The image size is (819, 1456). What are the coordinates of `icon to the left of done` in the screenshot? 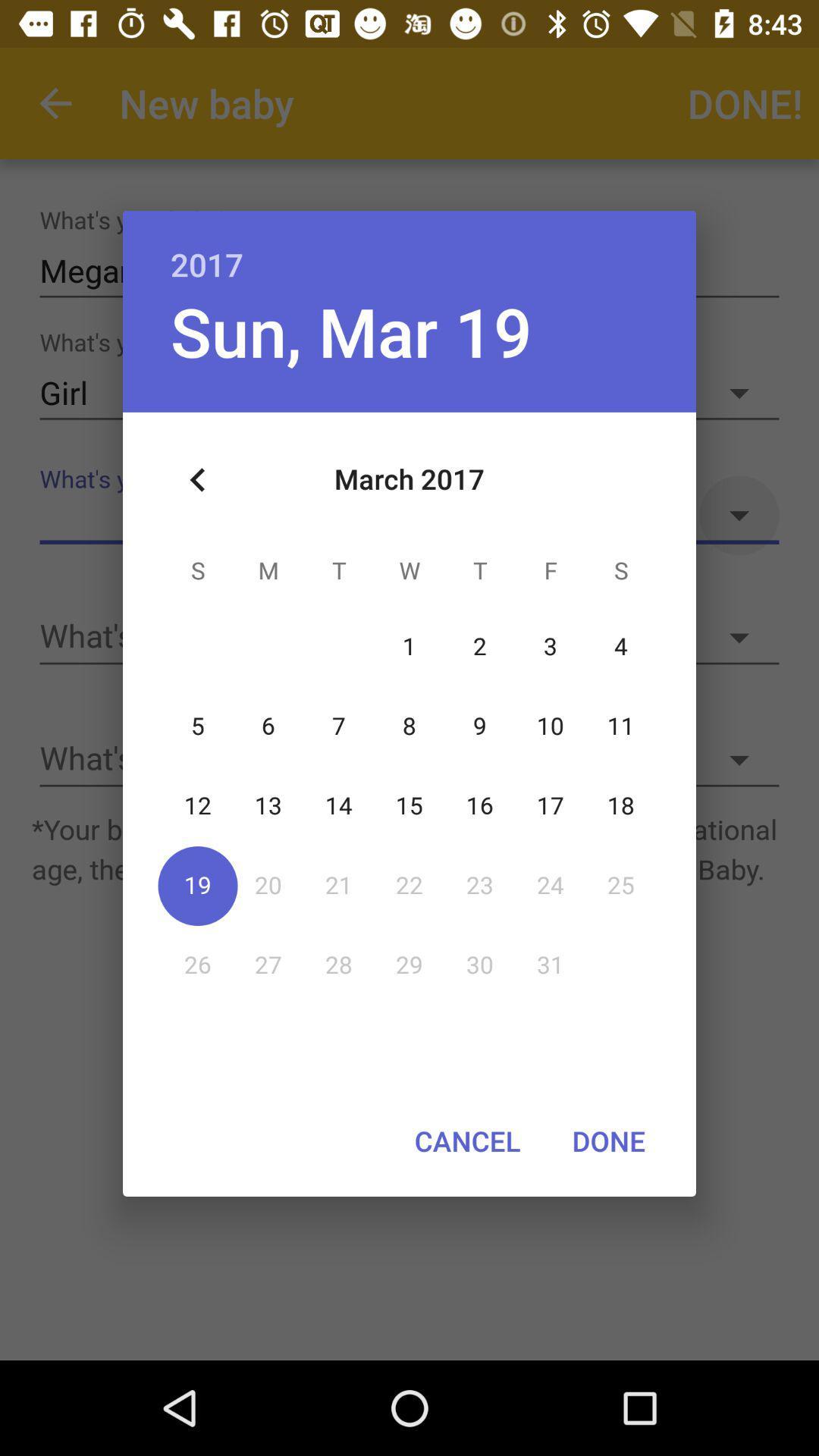 It's located at (466, 1141).